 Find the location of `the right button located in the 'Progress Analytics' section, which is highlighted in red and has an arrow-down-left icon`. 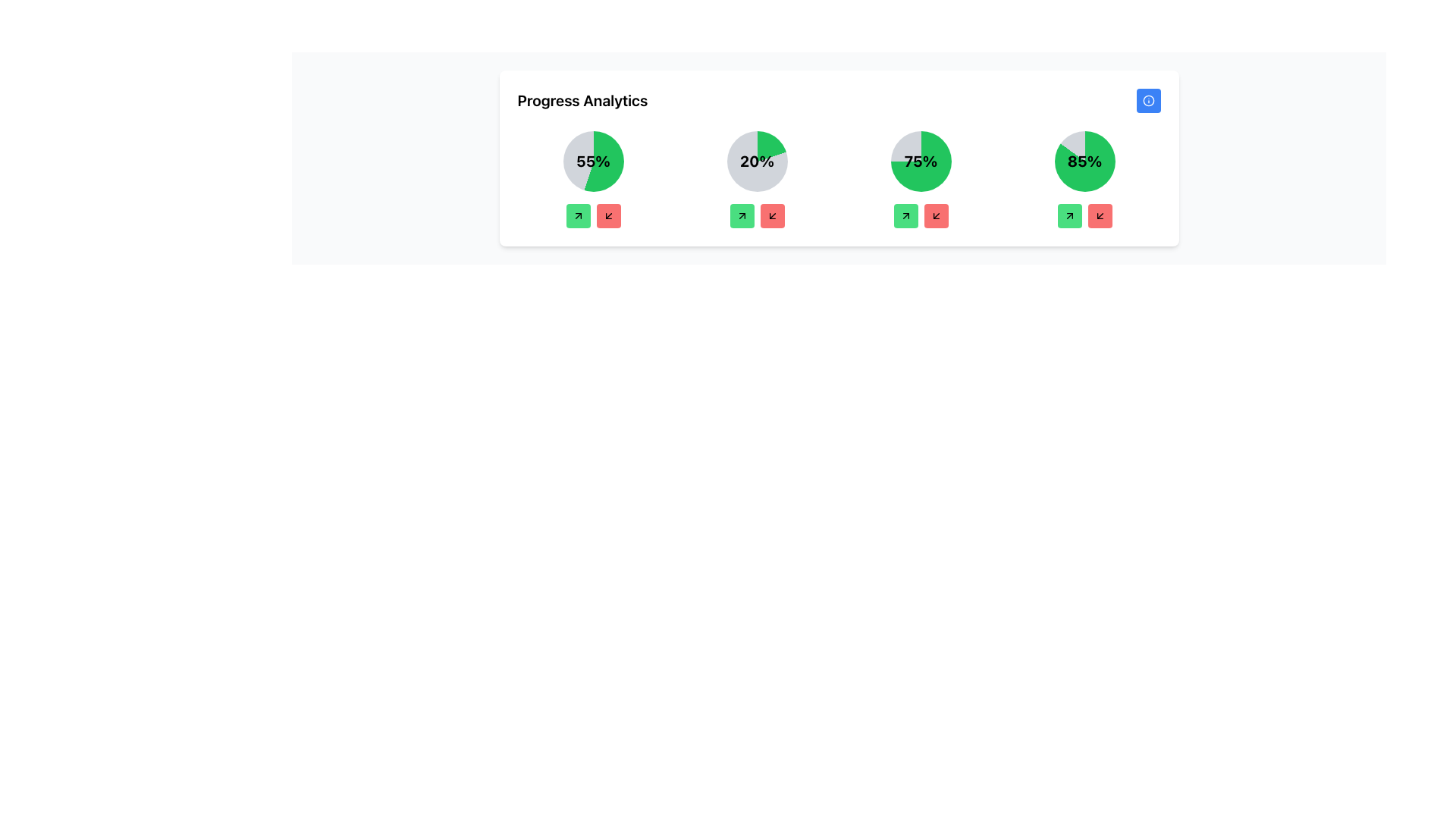

the right button located in the 'Progress Analytics' section, which is highlighted in red and has an arrow-down-left icon is located at coordinates (608, 216).